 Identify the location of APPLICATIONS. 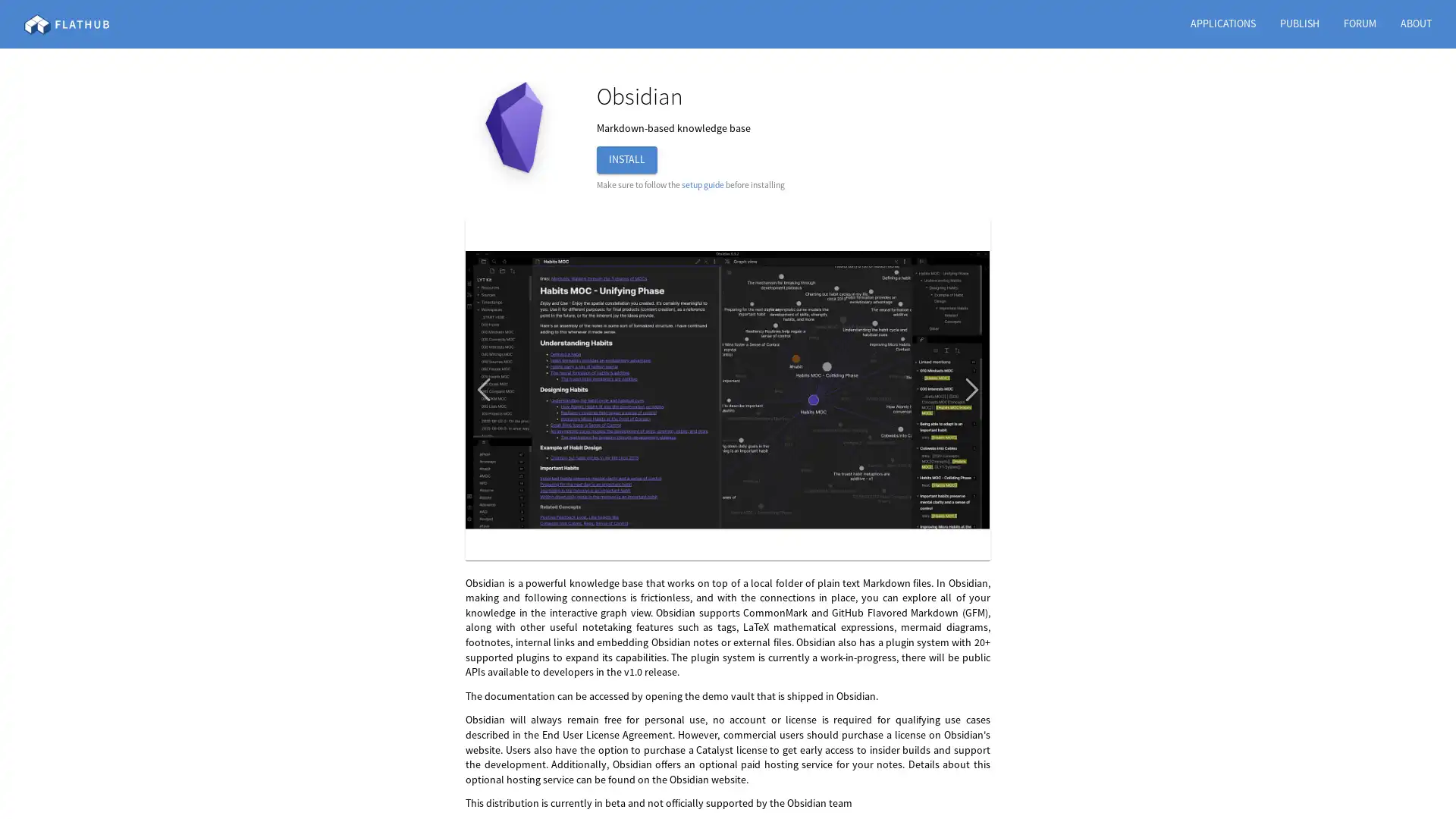
(1222, 24).